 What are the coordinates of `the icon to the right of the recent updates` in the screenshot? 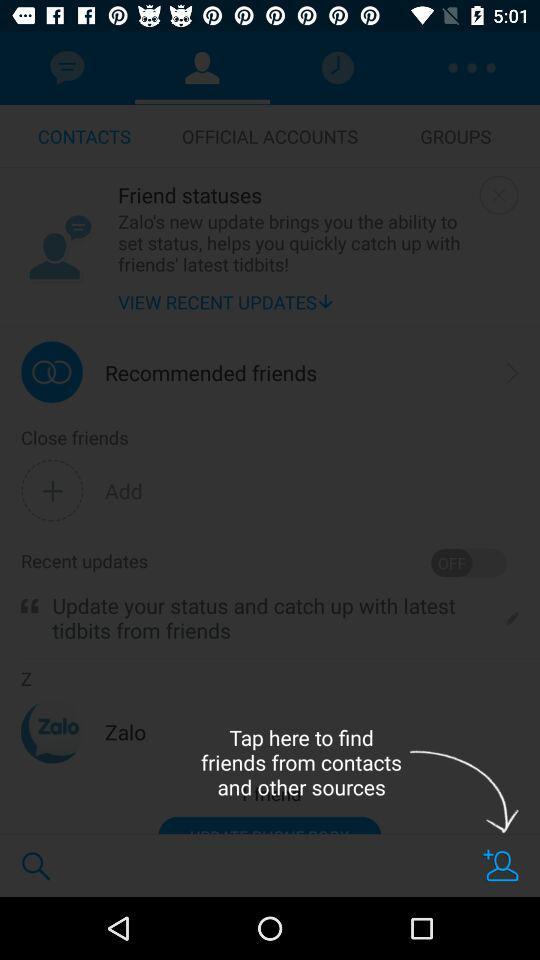 It's located at (468, 563).